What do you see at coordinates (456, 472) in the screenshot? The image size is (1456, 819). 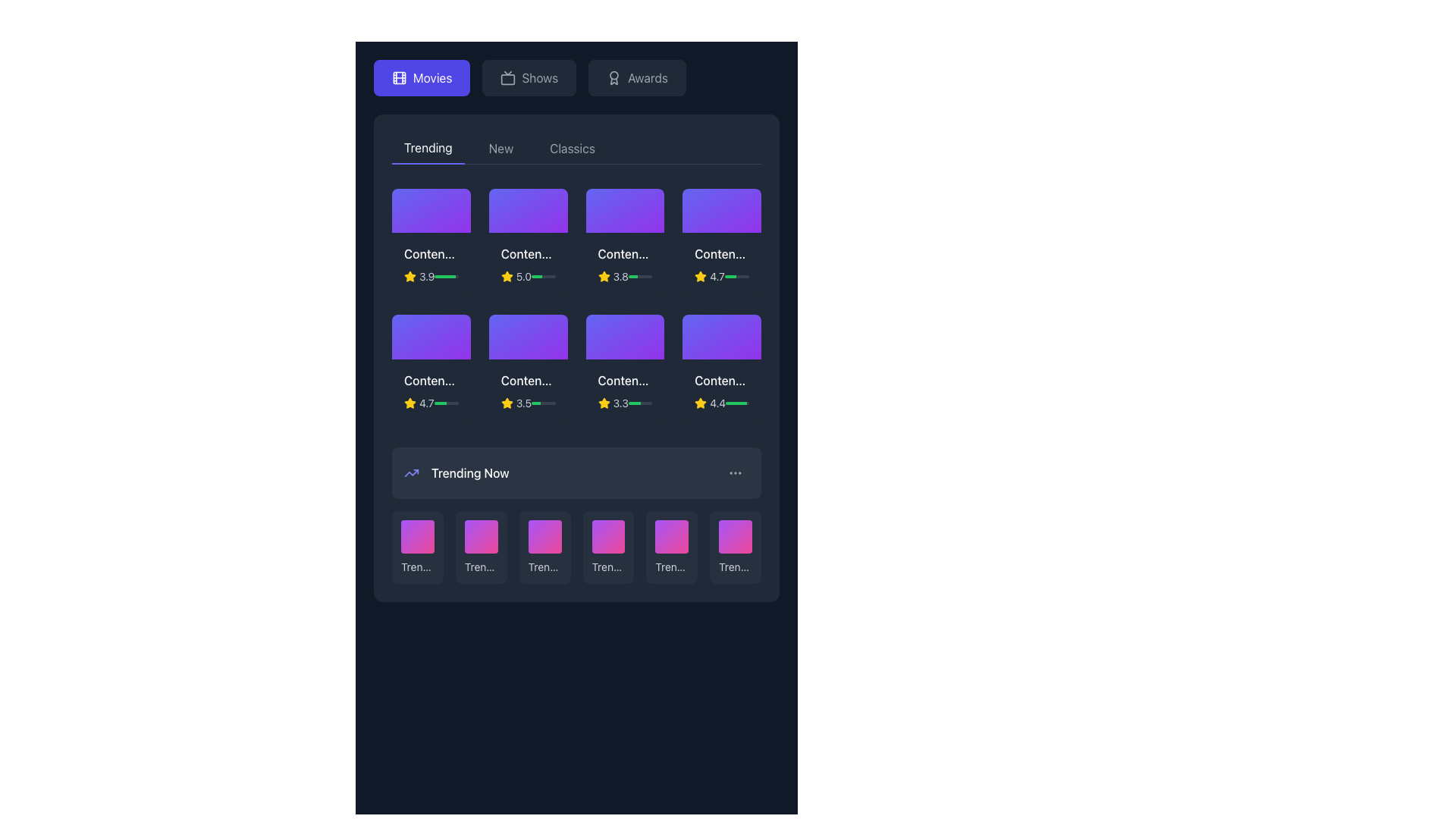 I see `the heading or label with an icon representing a rising trend, which includes the text 'Trending Now' styled in white font against a dark background` at bounding box center [456, 472].